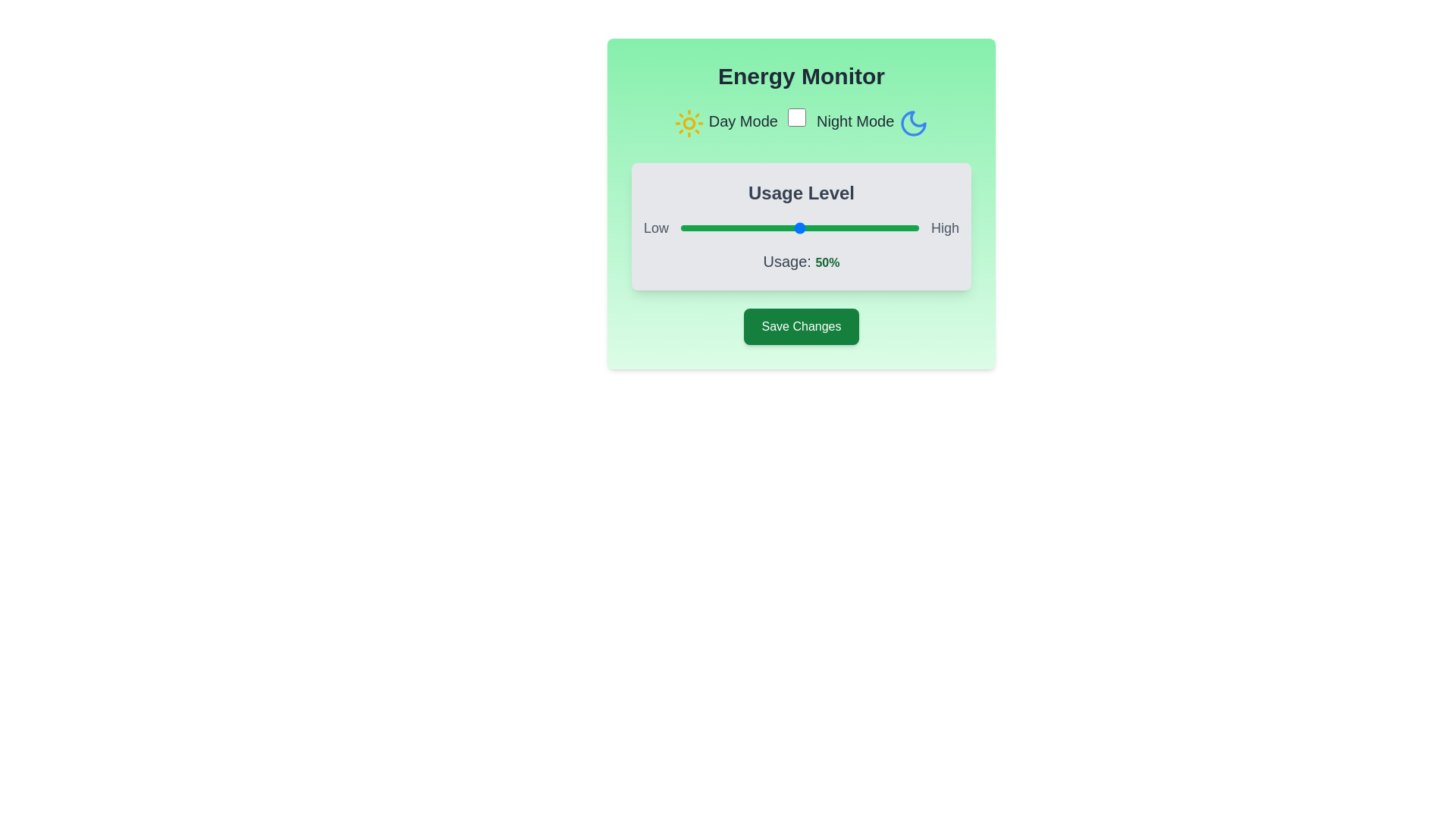 This screenshot has height=819, width=1456. I want to click on the slider, so click(713, 227).